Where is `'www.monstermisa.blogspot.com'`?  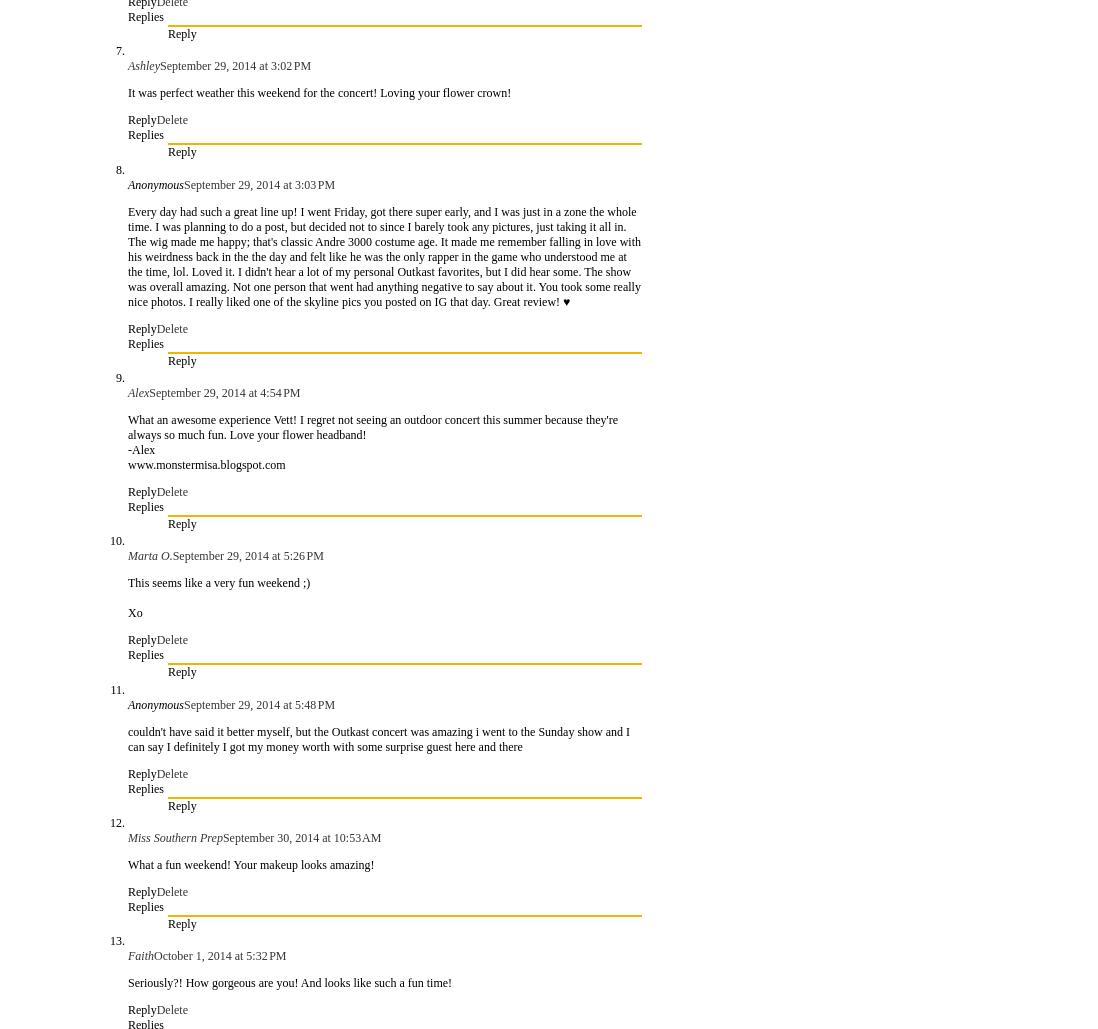
'www.monstermisa.blogspot.com' is located at coordinates (205, 463).